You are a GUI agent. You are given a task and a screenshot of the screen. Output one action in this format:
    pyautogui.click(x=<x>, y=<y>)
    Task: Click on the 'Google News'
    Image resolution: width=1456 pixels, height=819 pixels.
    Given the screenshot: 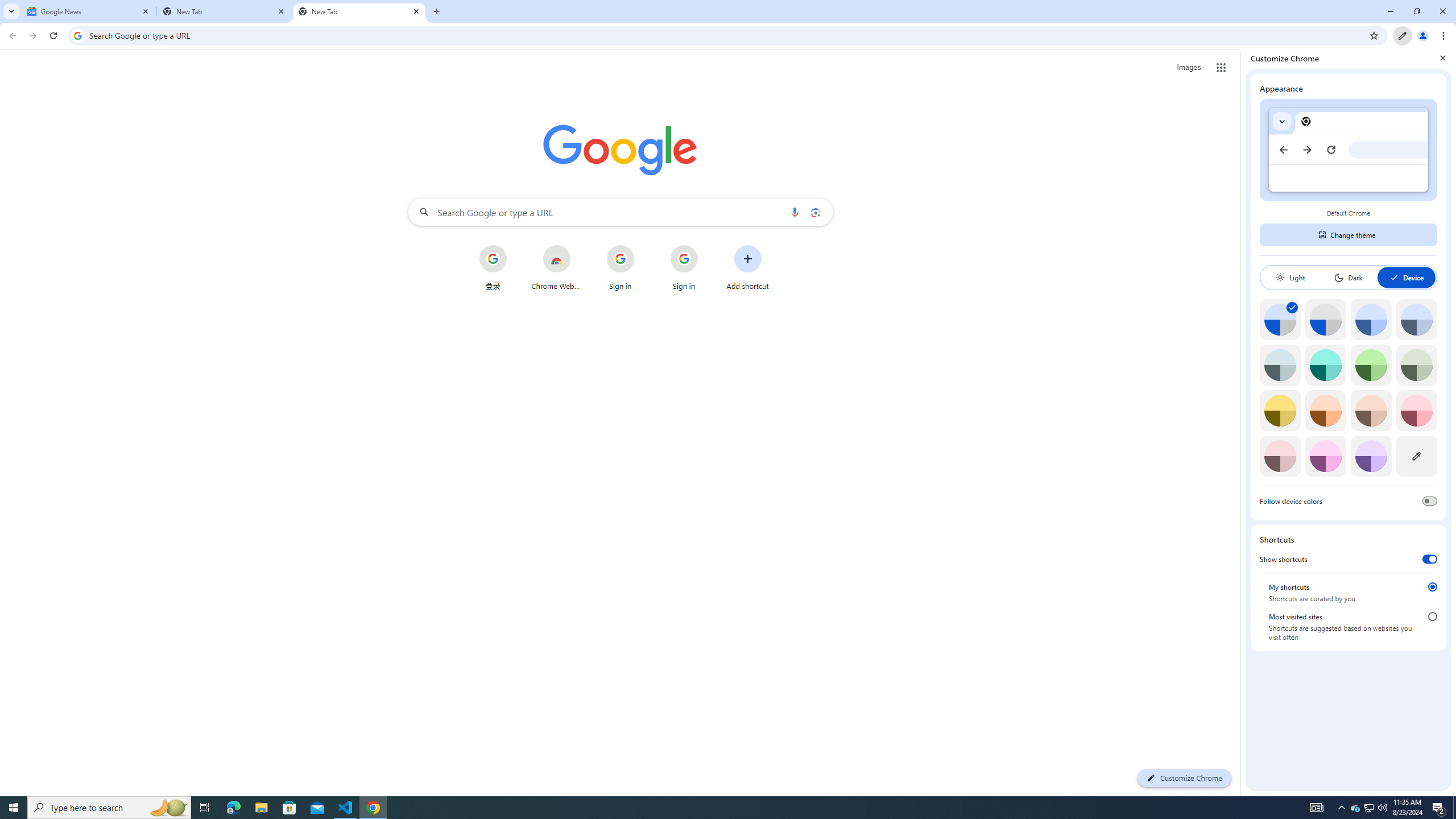 What is the action you would take?
    pyautogui.click(x=88, y=11)
    